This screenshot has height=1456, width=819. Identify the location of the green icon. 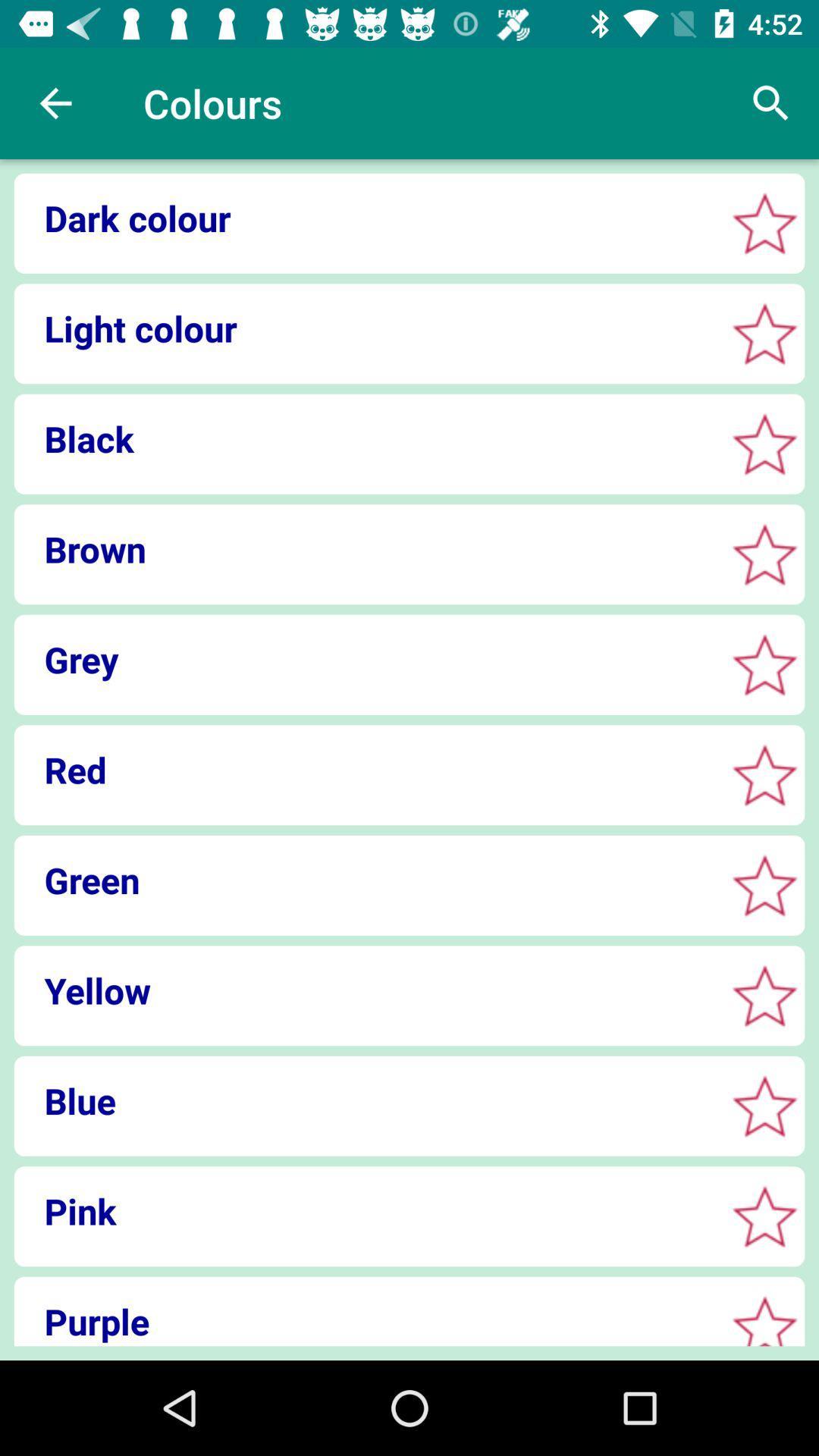
(365, 880).